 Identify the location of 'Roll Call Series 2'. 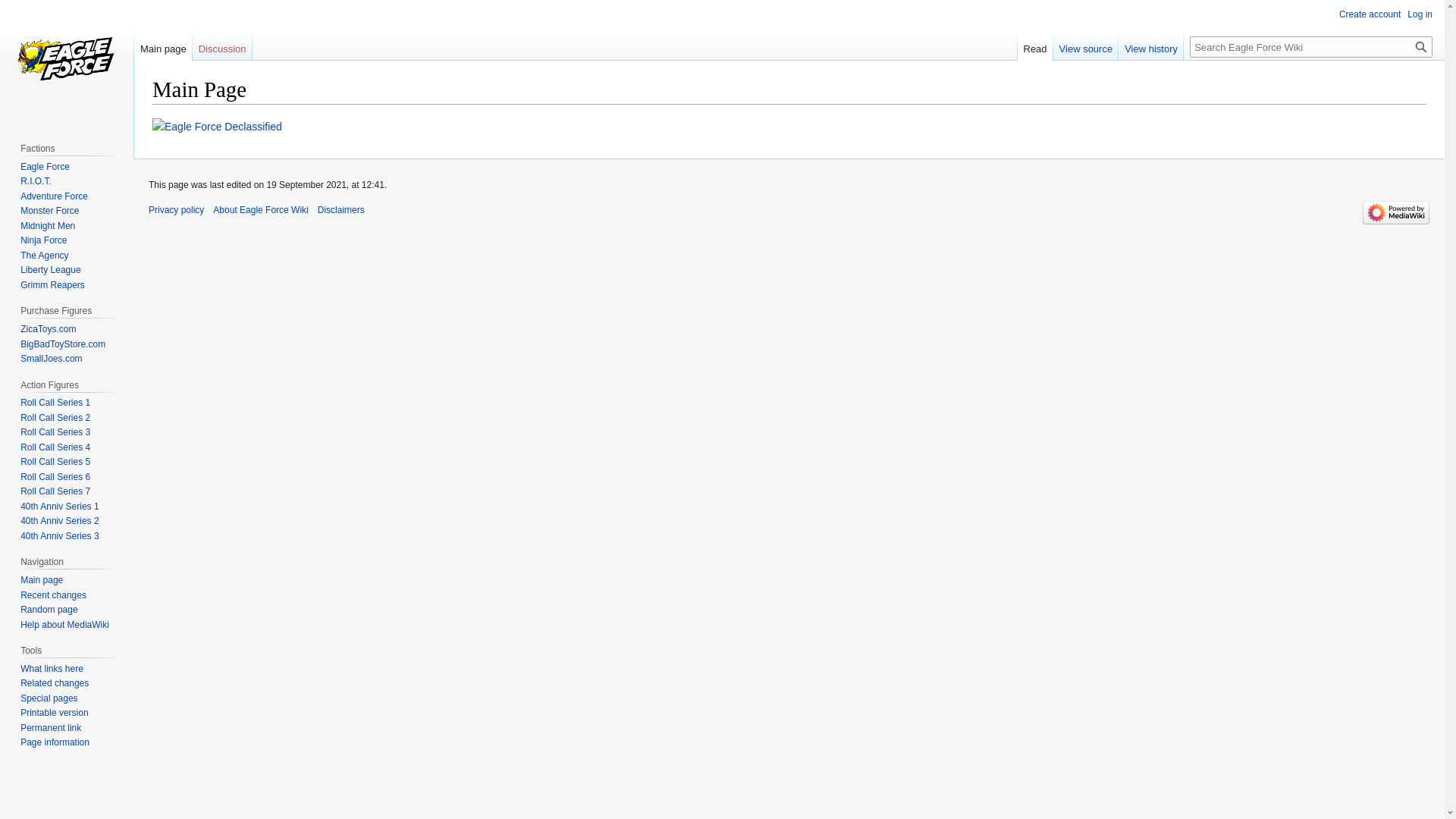
(55, 418).